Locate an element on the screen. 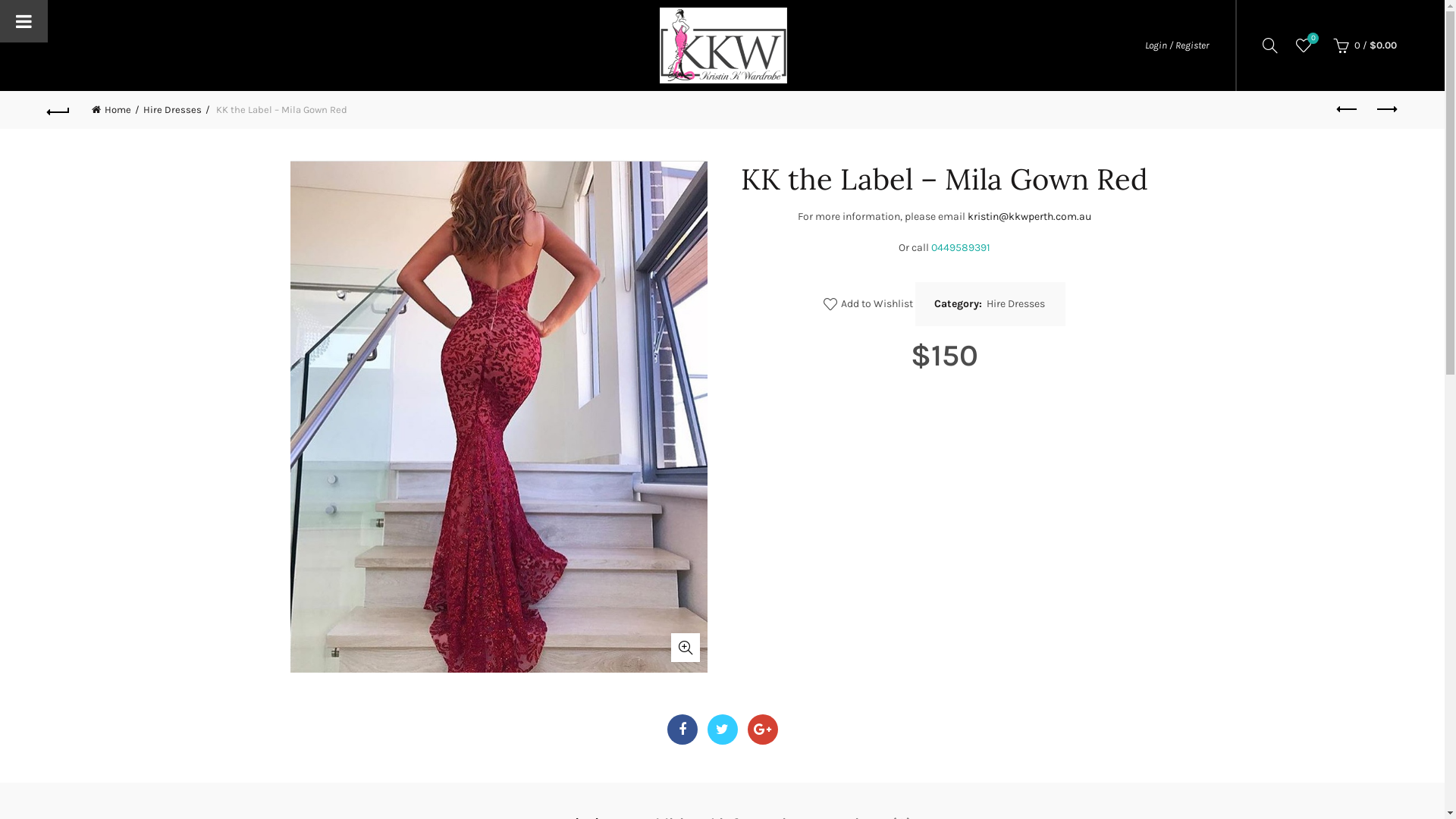  'Login / Register' is located at coordinates (1175, 44).